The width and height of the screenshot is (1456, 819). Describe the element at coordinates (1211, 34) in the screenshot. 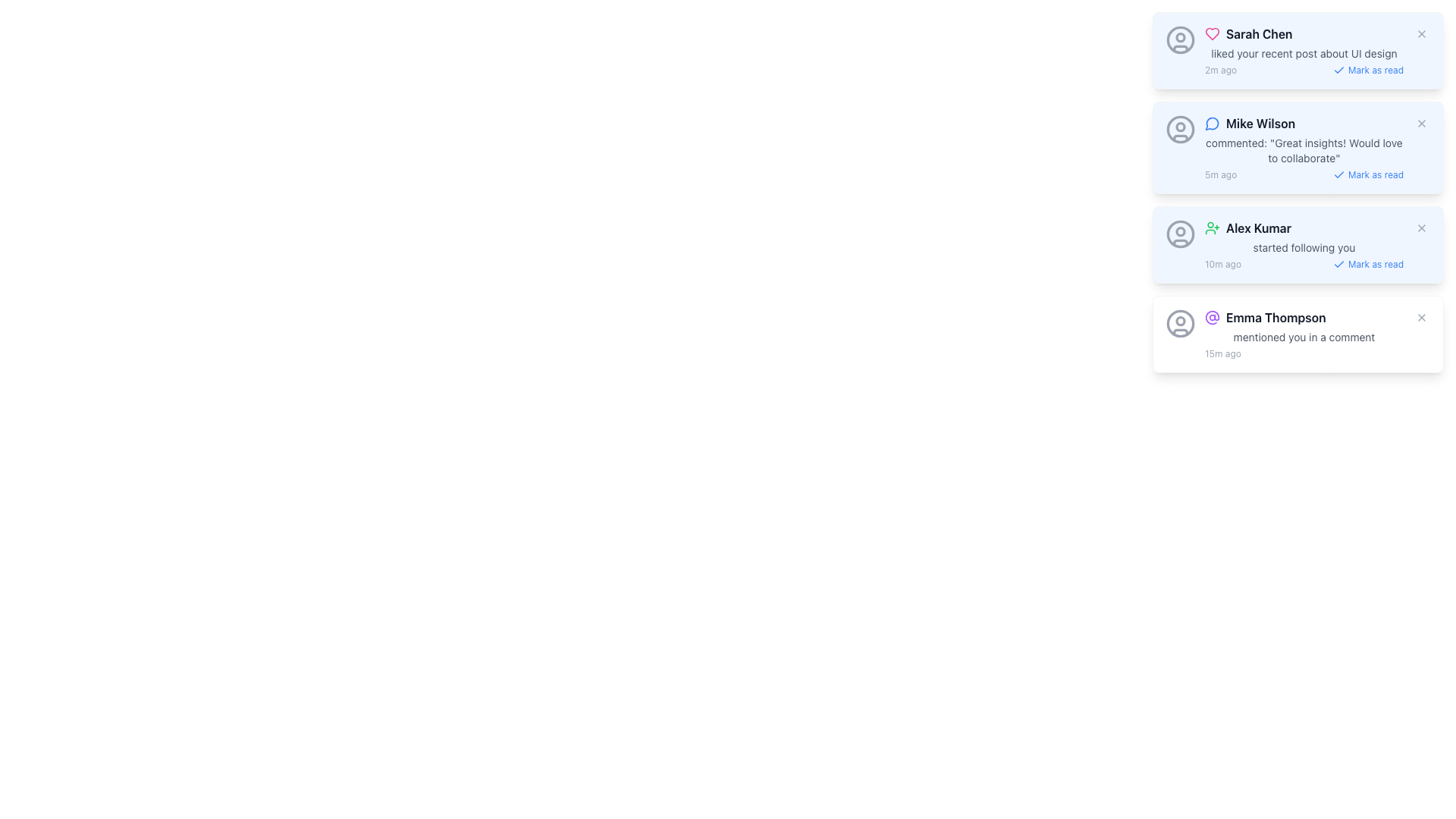

I see `the heart icon that signifies a 'like' action in the notification related to 'Sarah Chen', located at the top right of the notifications list` at that location.